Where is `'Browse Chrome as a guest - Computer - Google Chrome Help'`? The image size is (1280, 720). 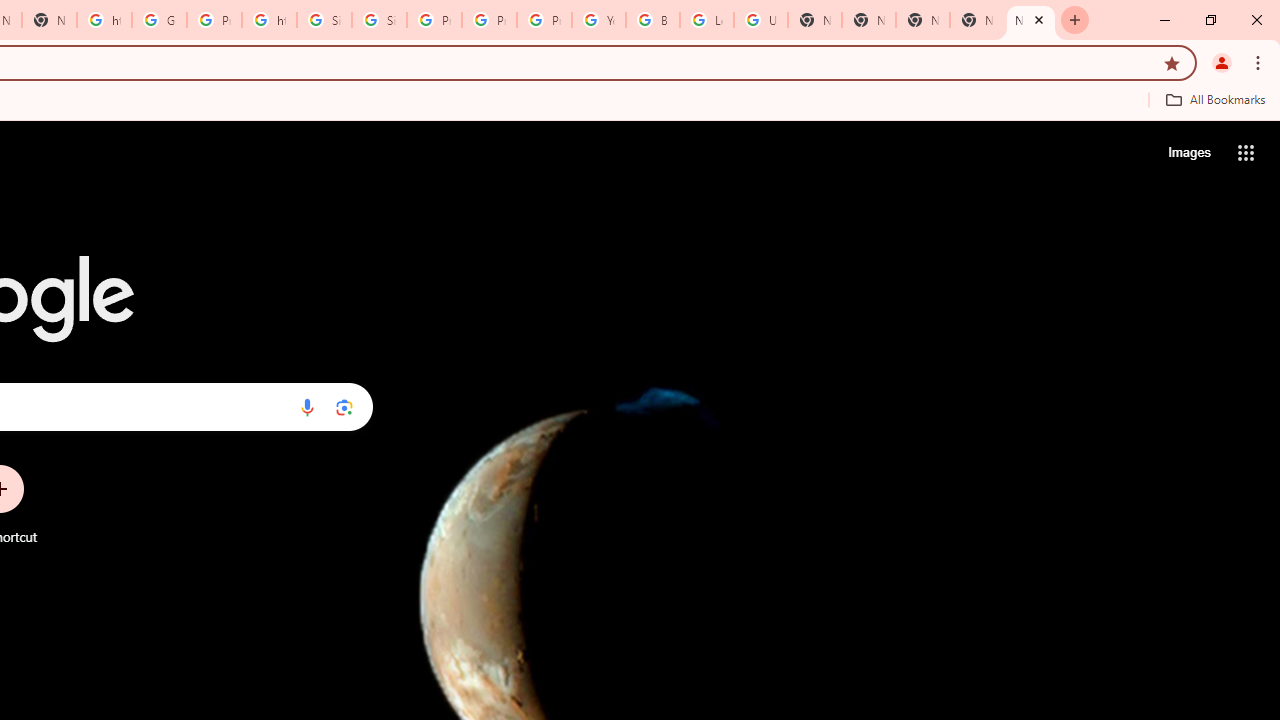
'Browse Chrome as a guest - Computer - Google Chrome Help' is located at coordinates (652, 20).